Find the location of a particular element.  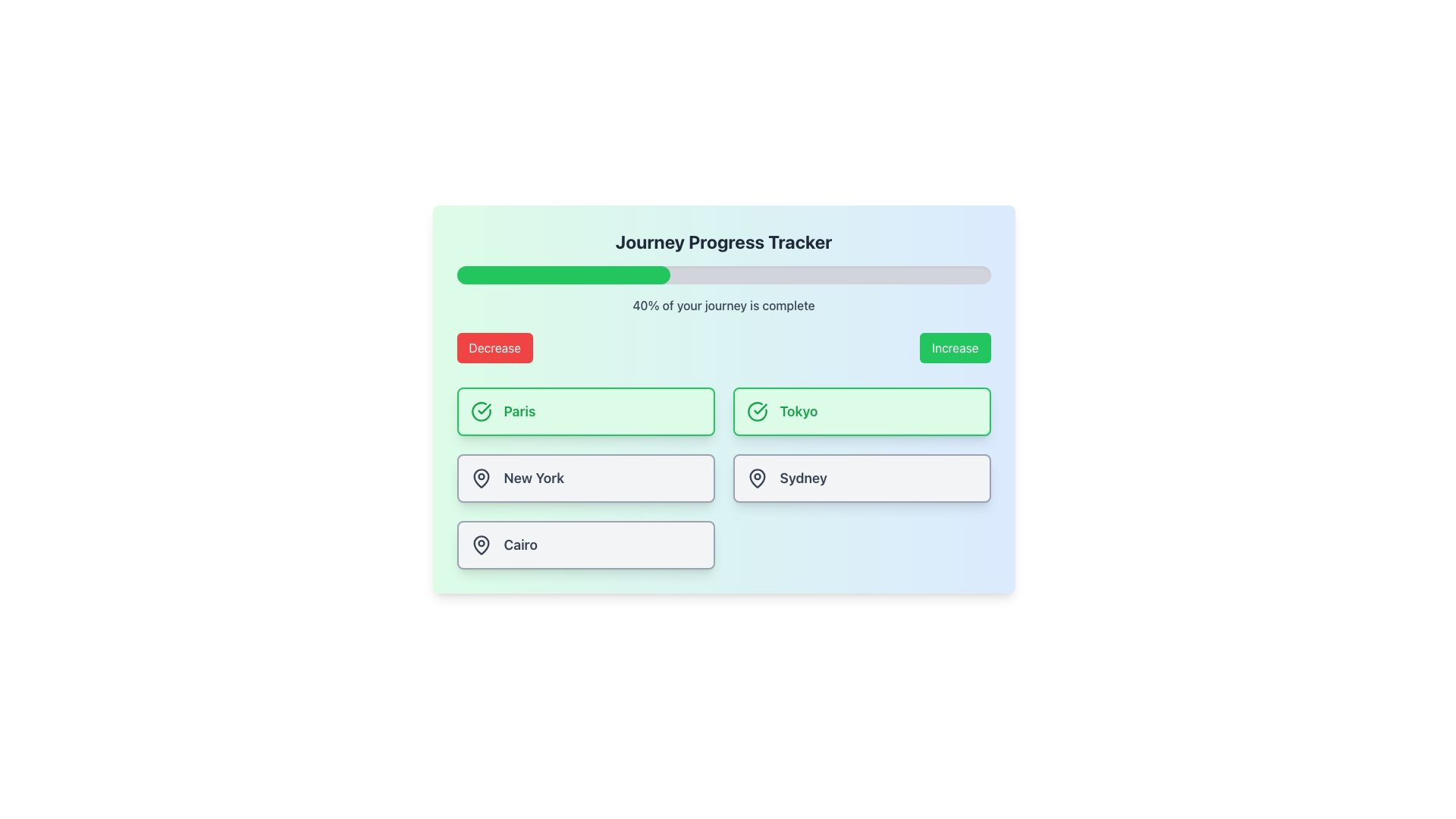

the location marker icon representing Sydney, which is the fourth item in the list of locations is located at coordinates (757, 479).